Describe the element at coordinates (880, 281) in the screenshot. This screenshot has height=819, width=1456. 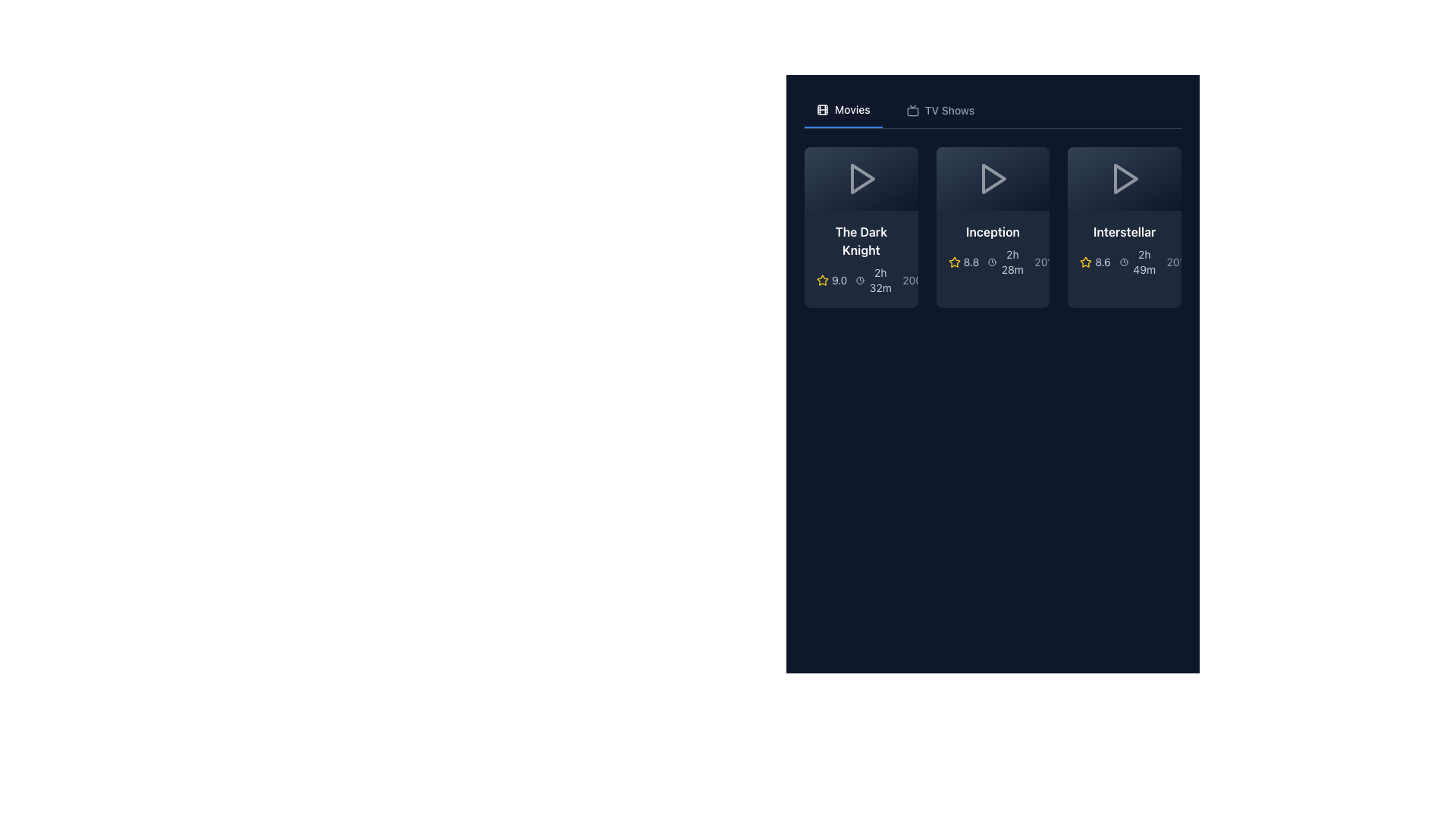
I see `the text label displaying '2h 32m', which is located beneath the film rating and adjacent to a clock icon in the card titled 'The Dark Knight'` at that location.